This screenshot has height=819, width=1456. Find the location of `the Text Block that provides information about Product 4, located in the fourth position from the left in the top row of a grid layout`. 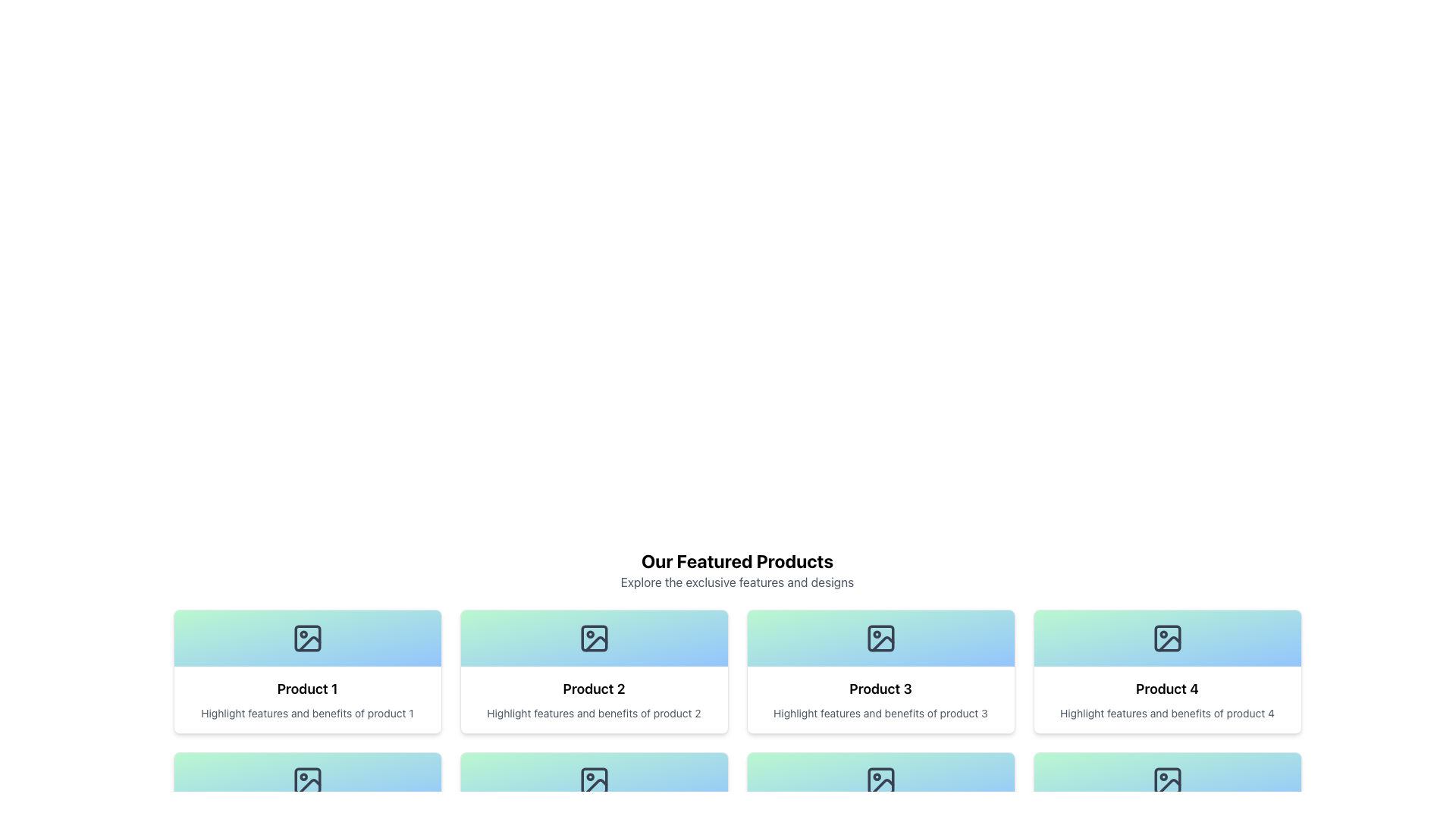

the Text Block that provides information about Product 4, located in the fourth position from the left in the top row of a grid layout is located at coordinates (1166, 699).